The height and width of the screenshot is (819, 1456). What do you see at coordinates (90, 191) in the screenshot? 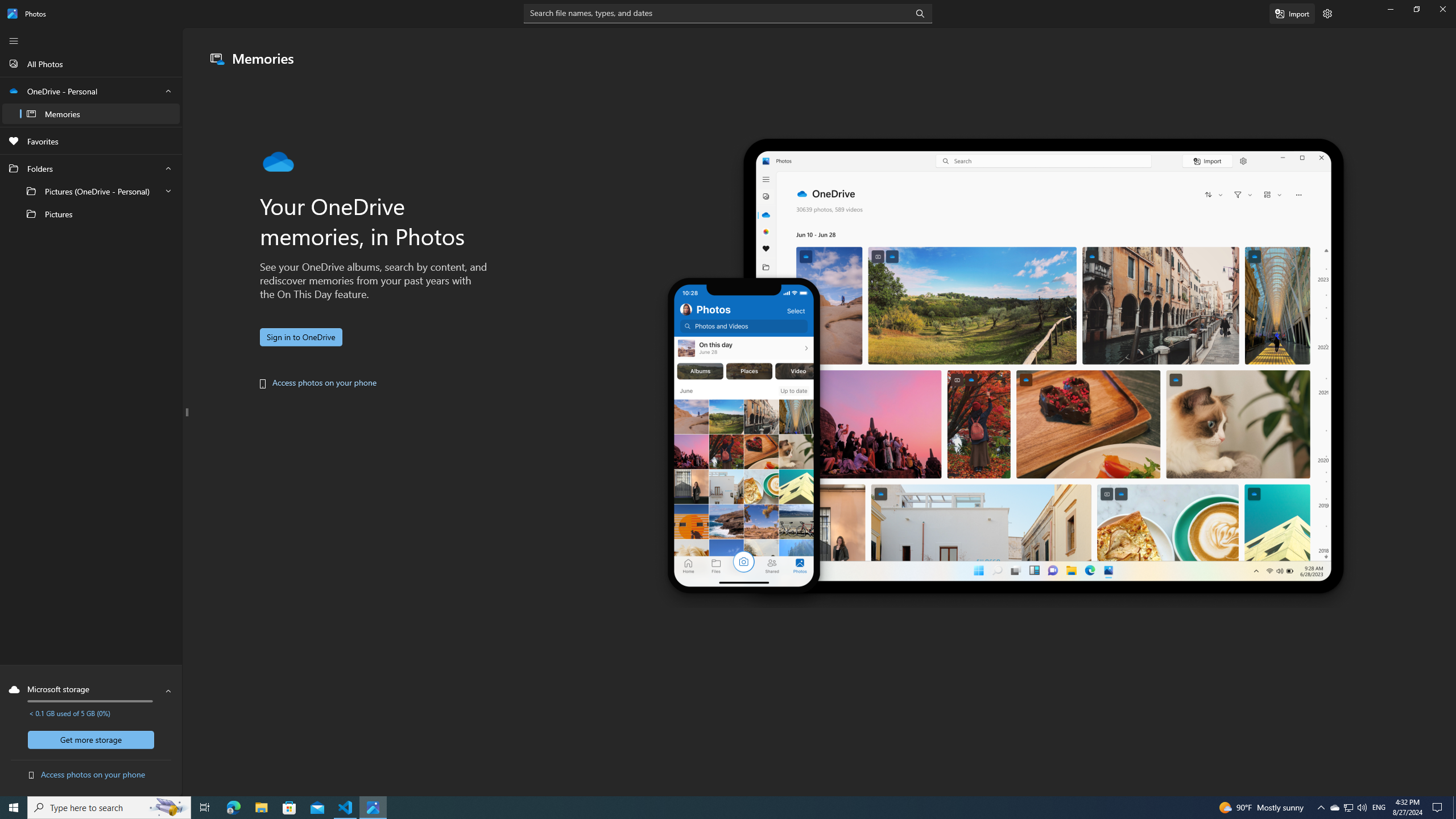
I see `'Pictures (OneDrive - Personal)'` at bounding box center [90, 191].